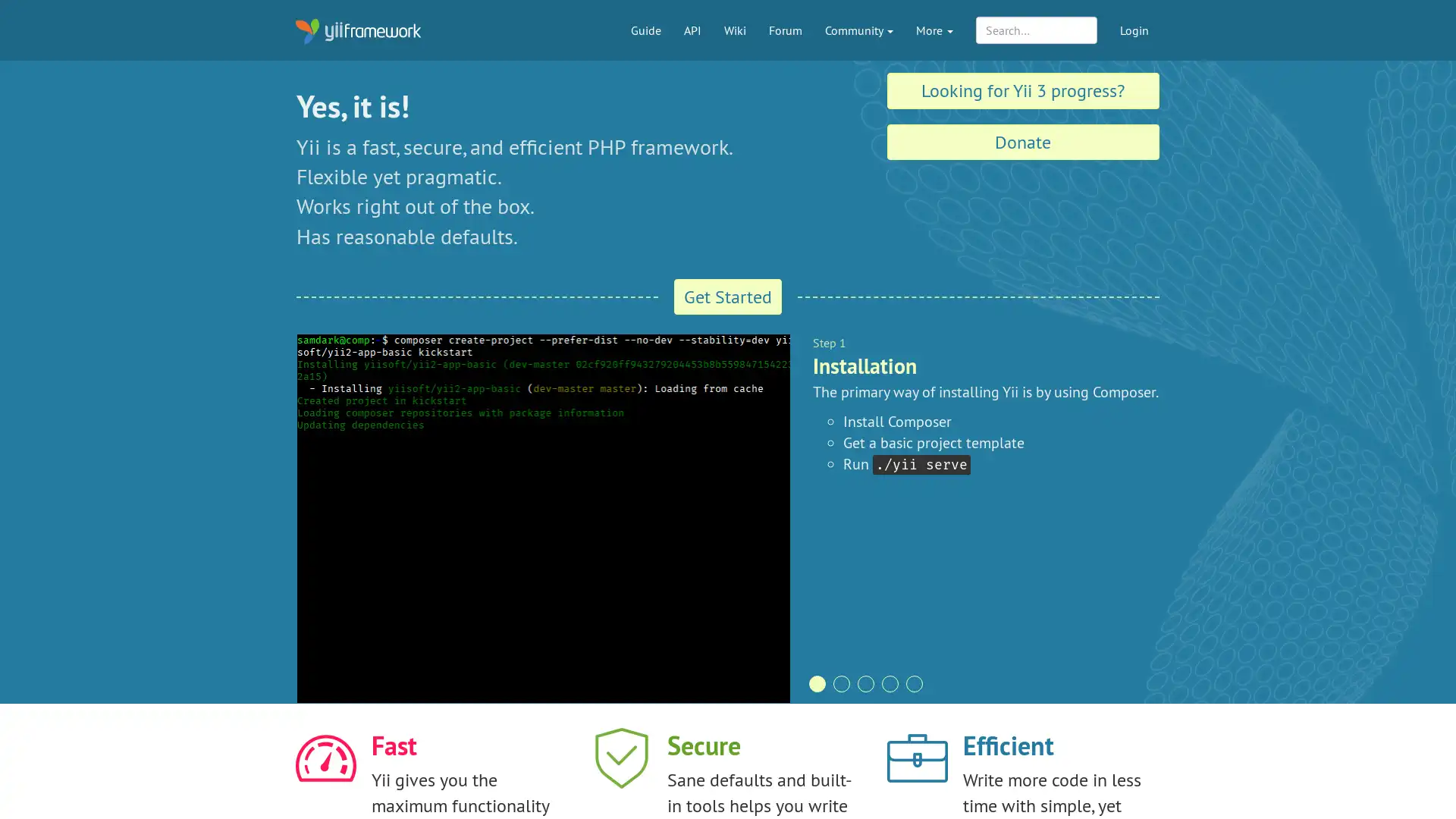 This screenshot has height=819, width=1456. What do you see at coordinates (913, 684) in the screenshot?
I see `pagination` at bounding box center [913, 684].